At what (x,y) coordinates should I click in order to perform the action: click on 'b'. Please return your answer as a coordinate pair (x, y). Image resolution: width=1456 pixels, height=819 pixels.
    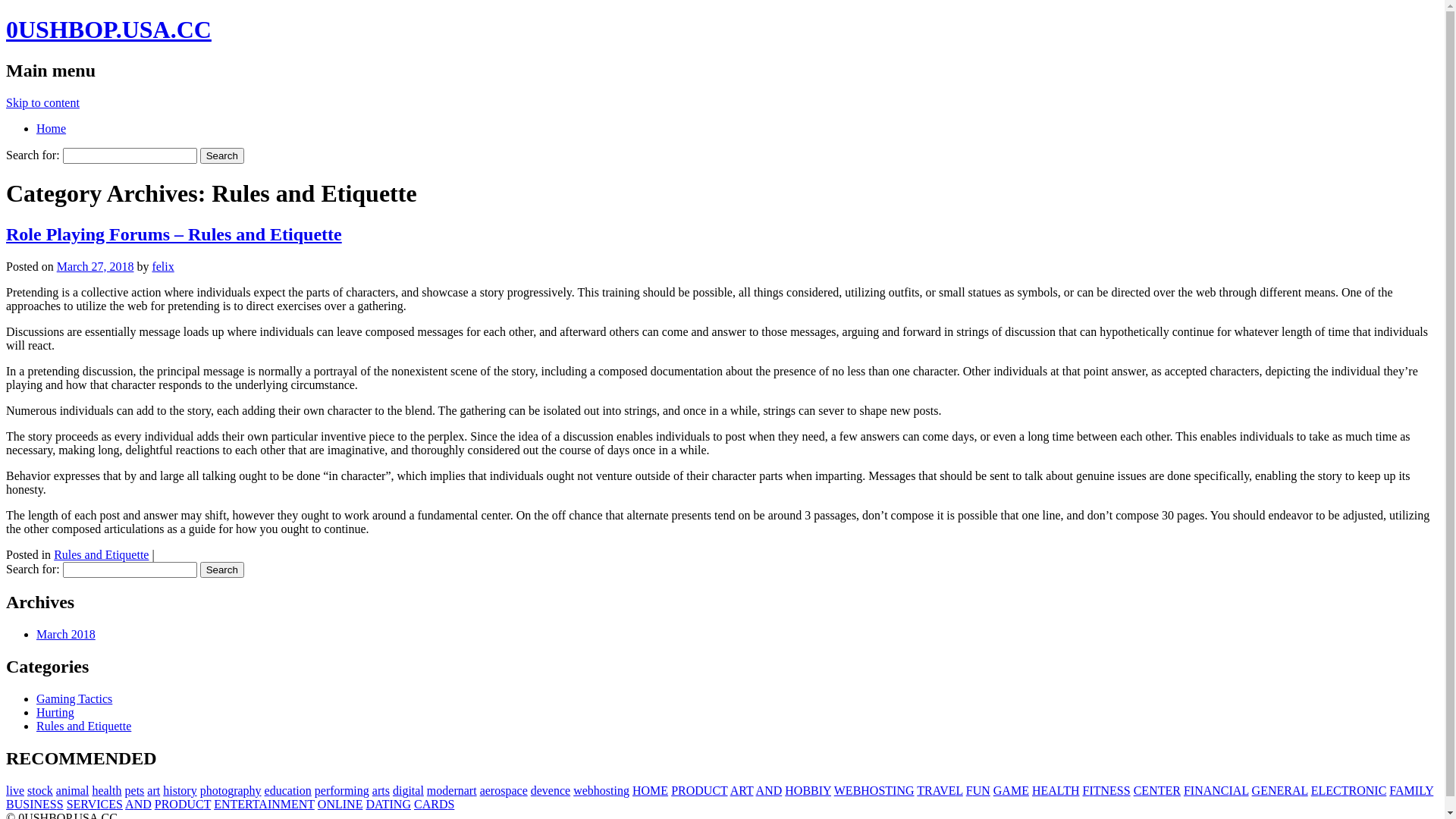
    Looking at the image, I should click on (589, 789).